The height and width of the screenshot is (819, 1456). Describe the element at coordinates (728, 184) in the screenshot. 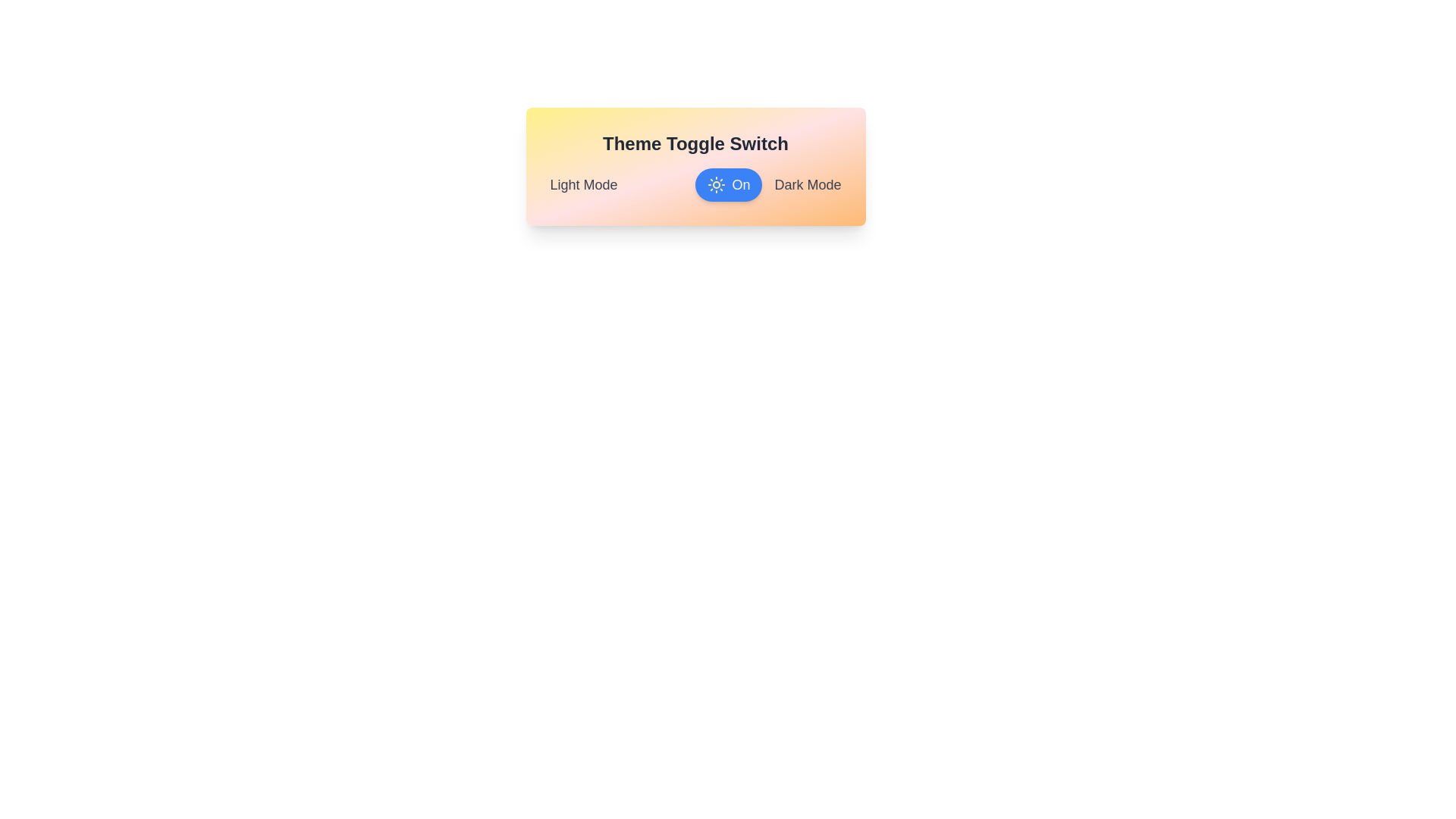

I see `toggle switch to change the mode` at that location.